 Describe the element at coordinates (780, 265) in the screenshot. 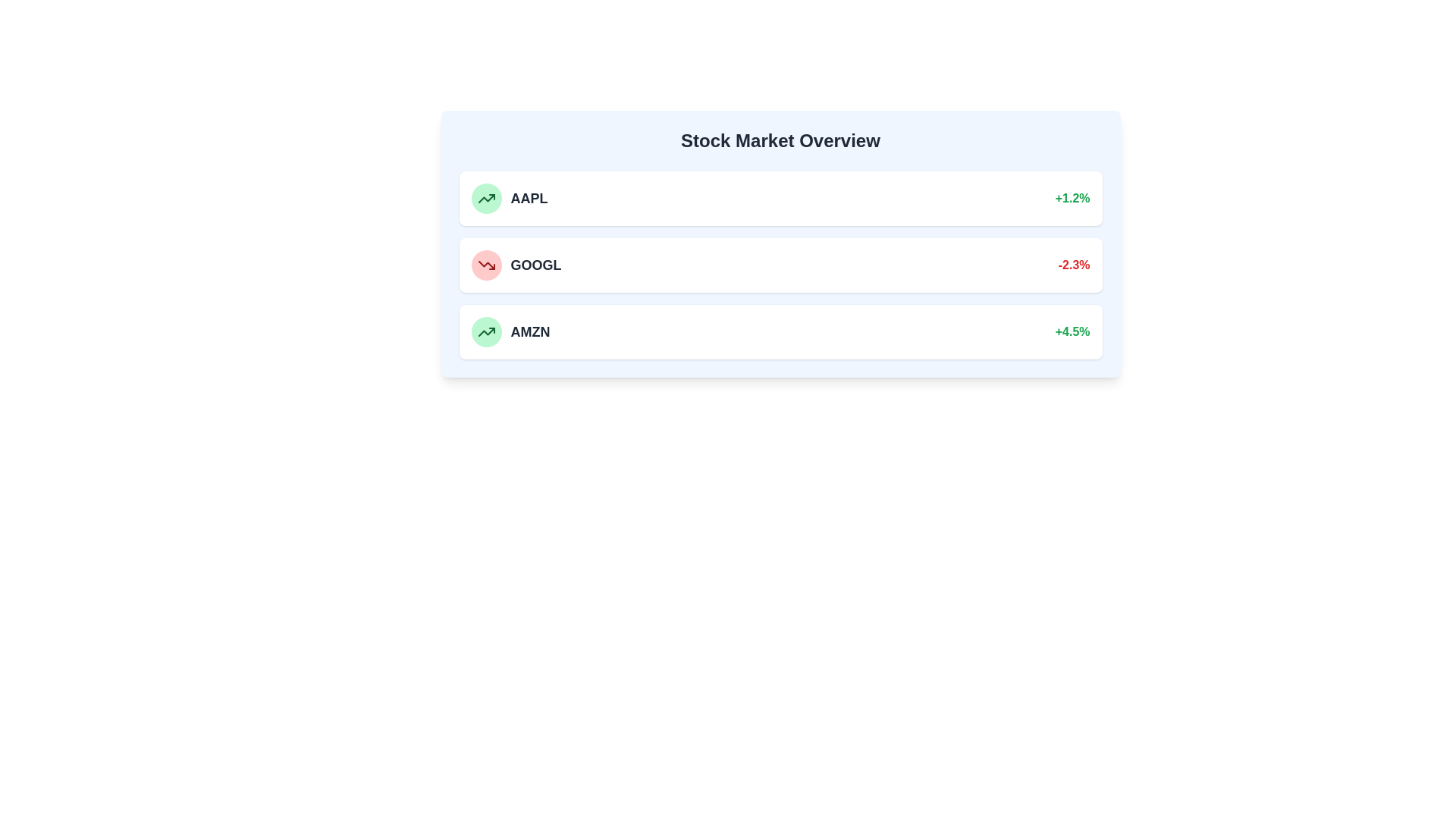

I see `the stock entry for GOOGL` at that location.